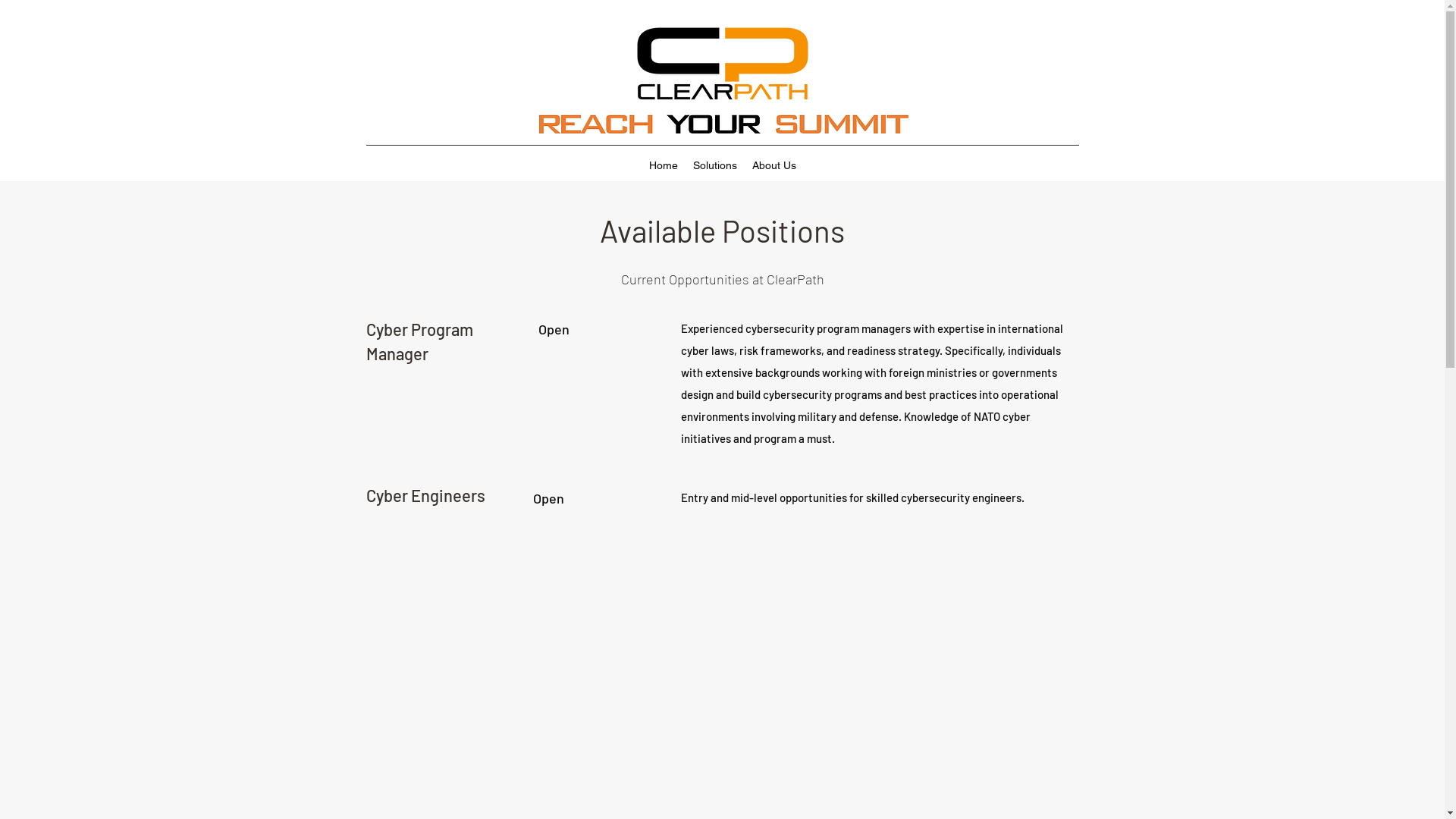  I want to click on 'Home', so click(663, 165).